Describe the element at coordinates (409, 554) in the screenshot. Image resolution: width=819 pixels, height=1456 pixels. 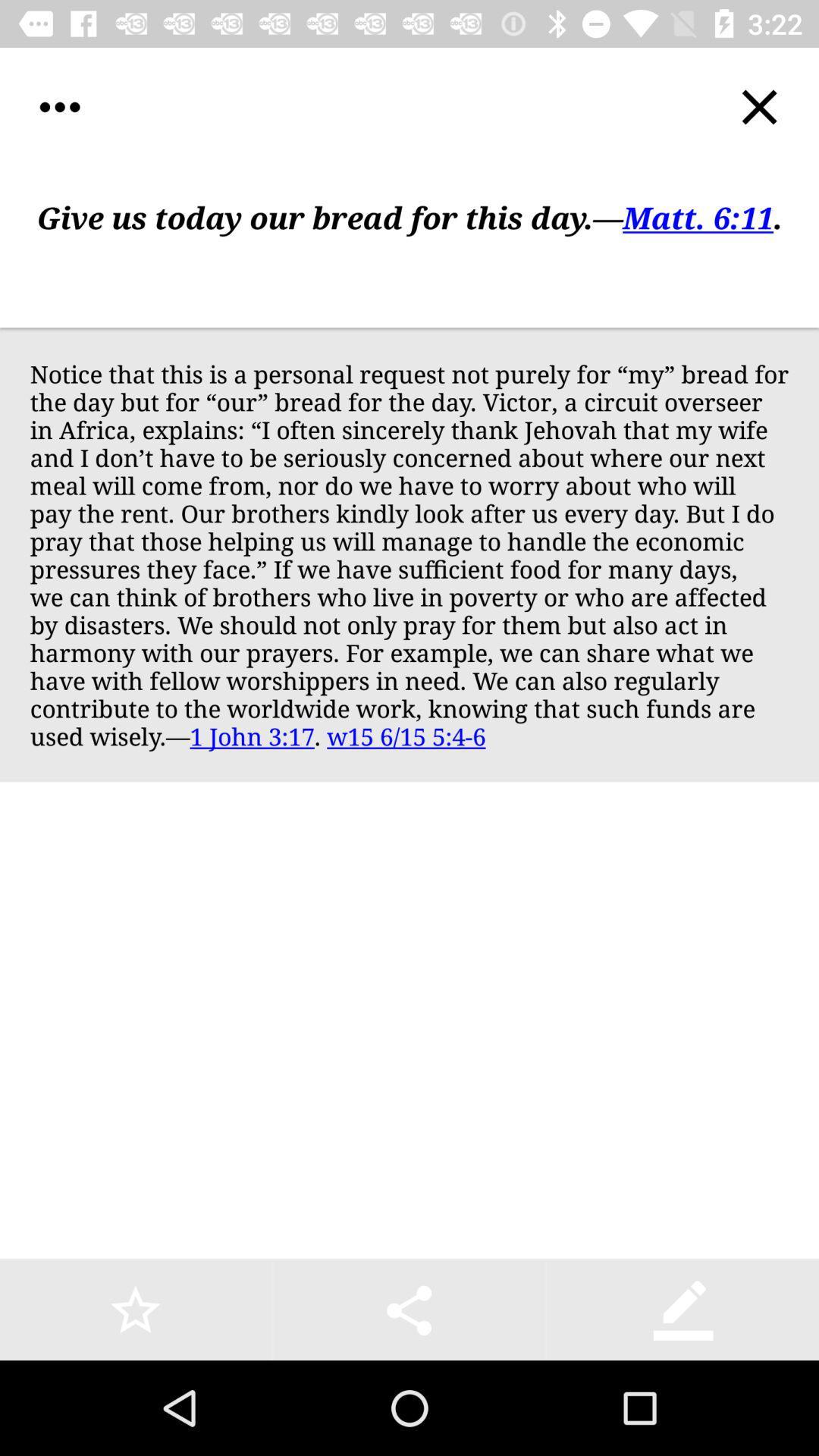
I see `the app at the center` at that location.